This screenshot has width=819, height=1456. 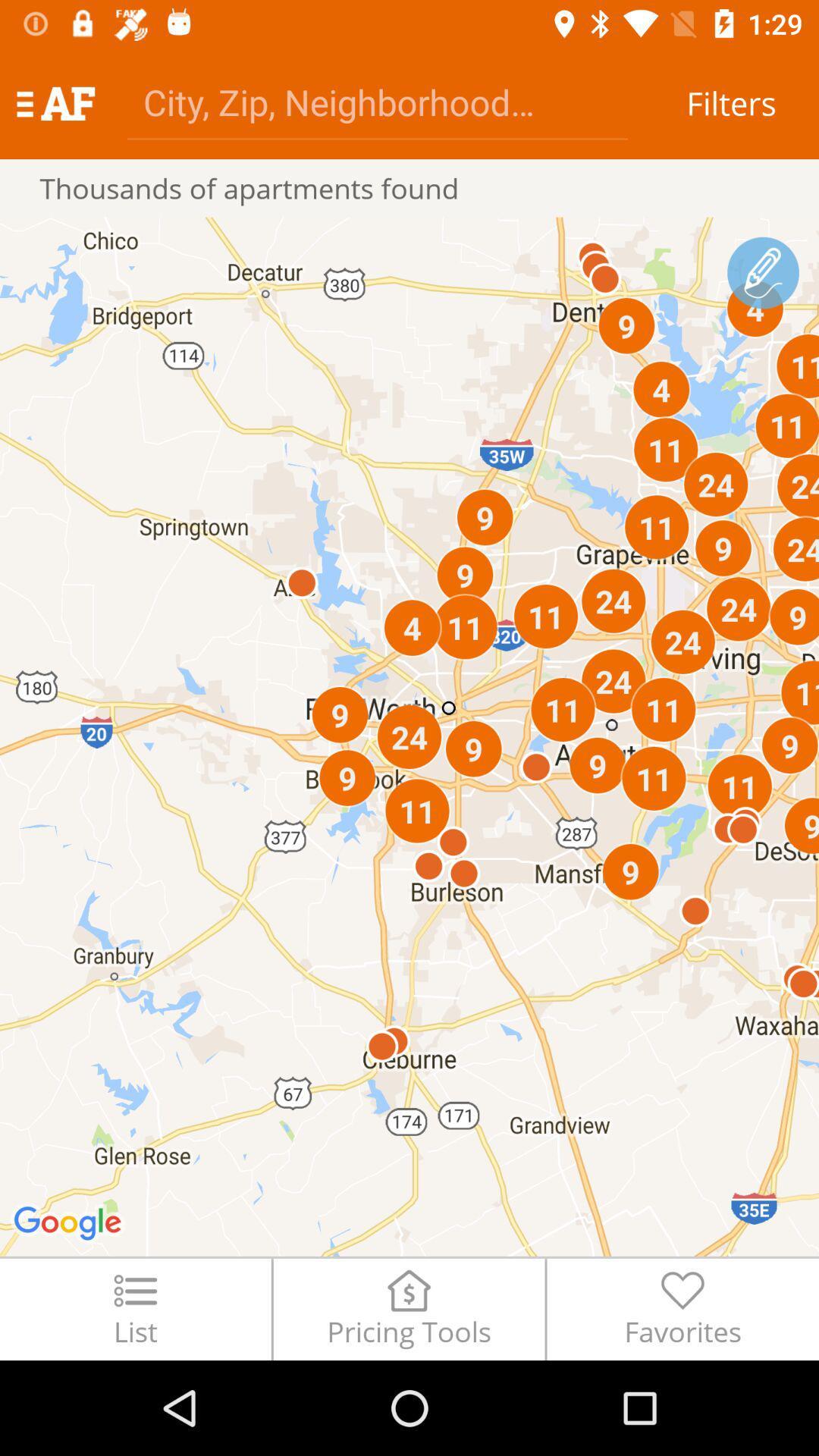 I want to click on item below thousands of apartments item, so click(x=409, y=736).